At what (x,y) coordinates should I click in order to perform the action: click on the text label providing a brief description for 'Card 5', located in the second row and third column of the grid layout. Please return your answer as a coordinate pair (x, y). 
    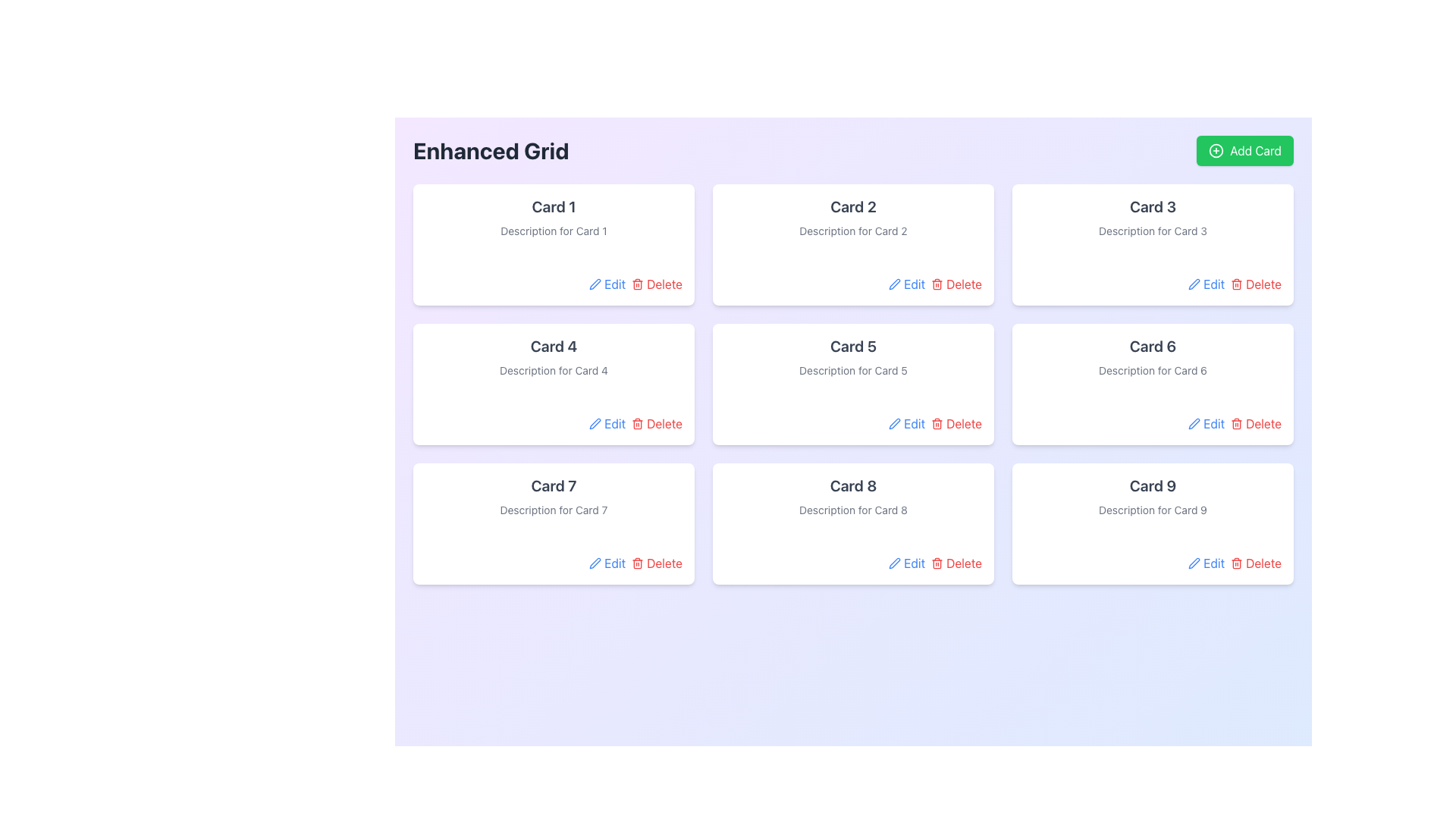
    Looking at the image, I should click on (853, 371).